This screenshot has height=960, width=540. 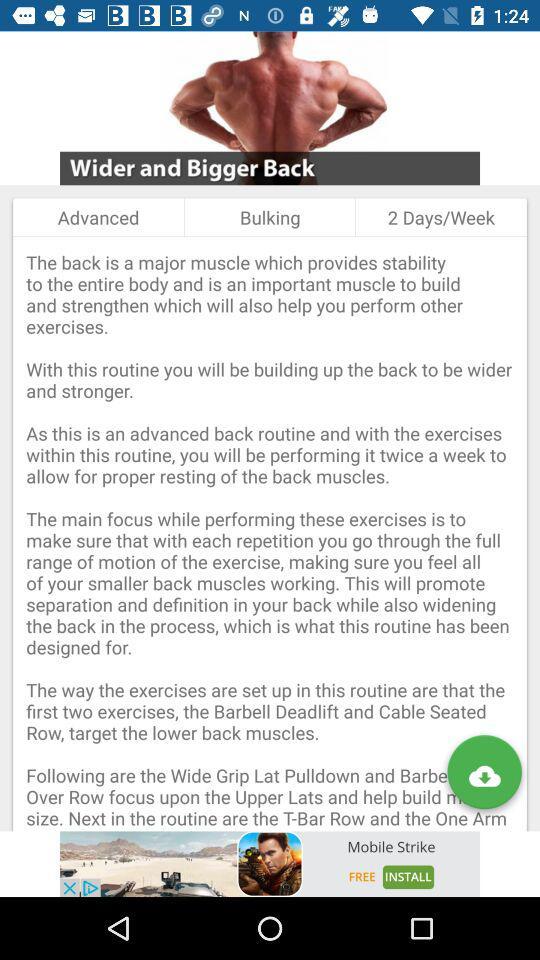 What do you see at coordinates (270, 217) in the screenshot?
I see `item to the left of the 2 days/week item` at bounding box center [270, 217].